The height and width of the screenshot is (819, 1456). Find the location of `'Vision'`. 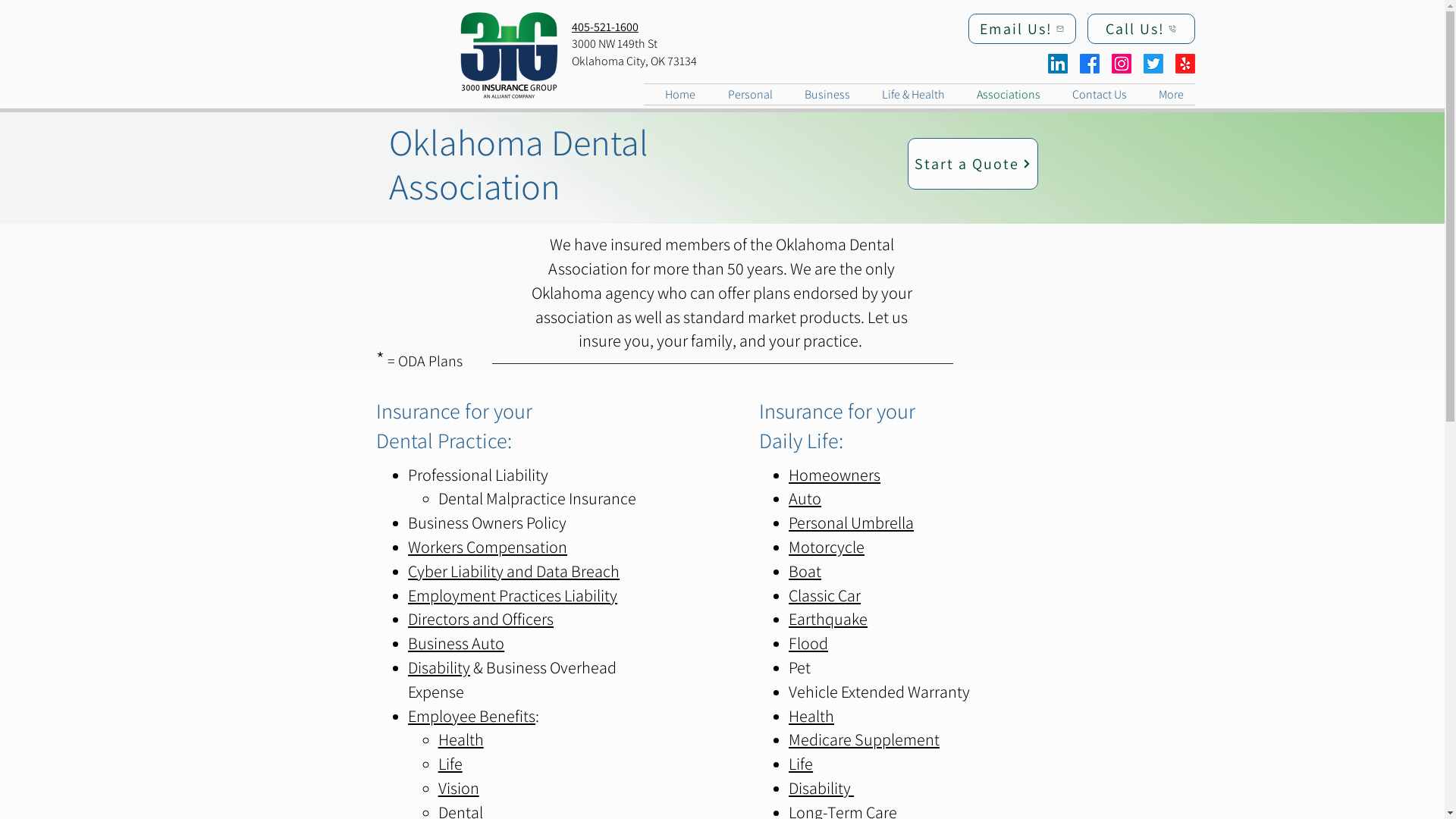

'Vision' is located at coordinates (457, 787).